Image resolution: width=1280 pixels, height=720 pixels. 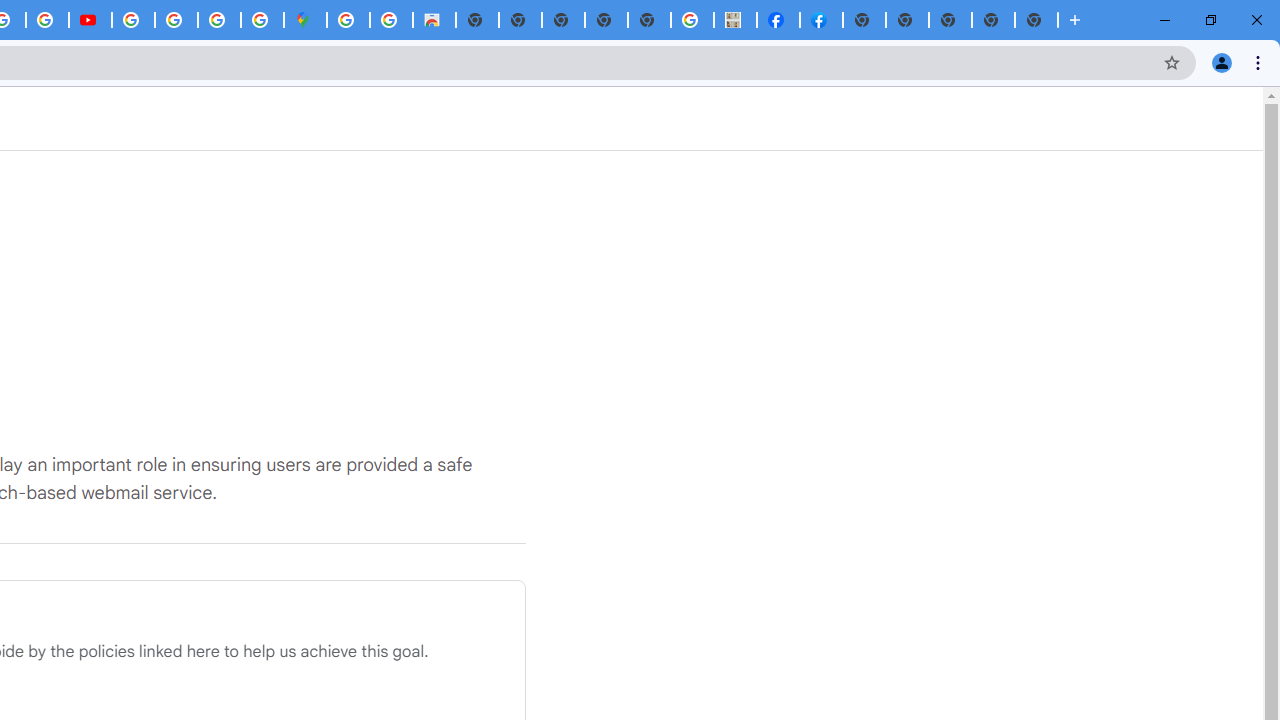 I want to click on 'Miley Cyrus | Facebook', so click(x=777, y=20).